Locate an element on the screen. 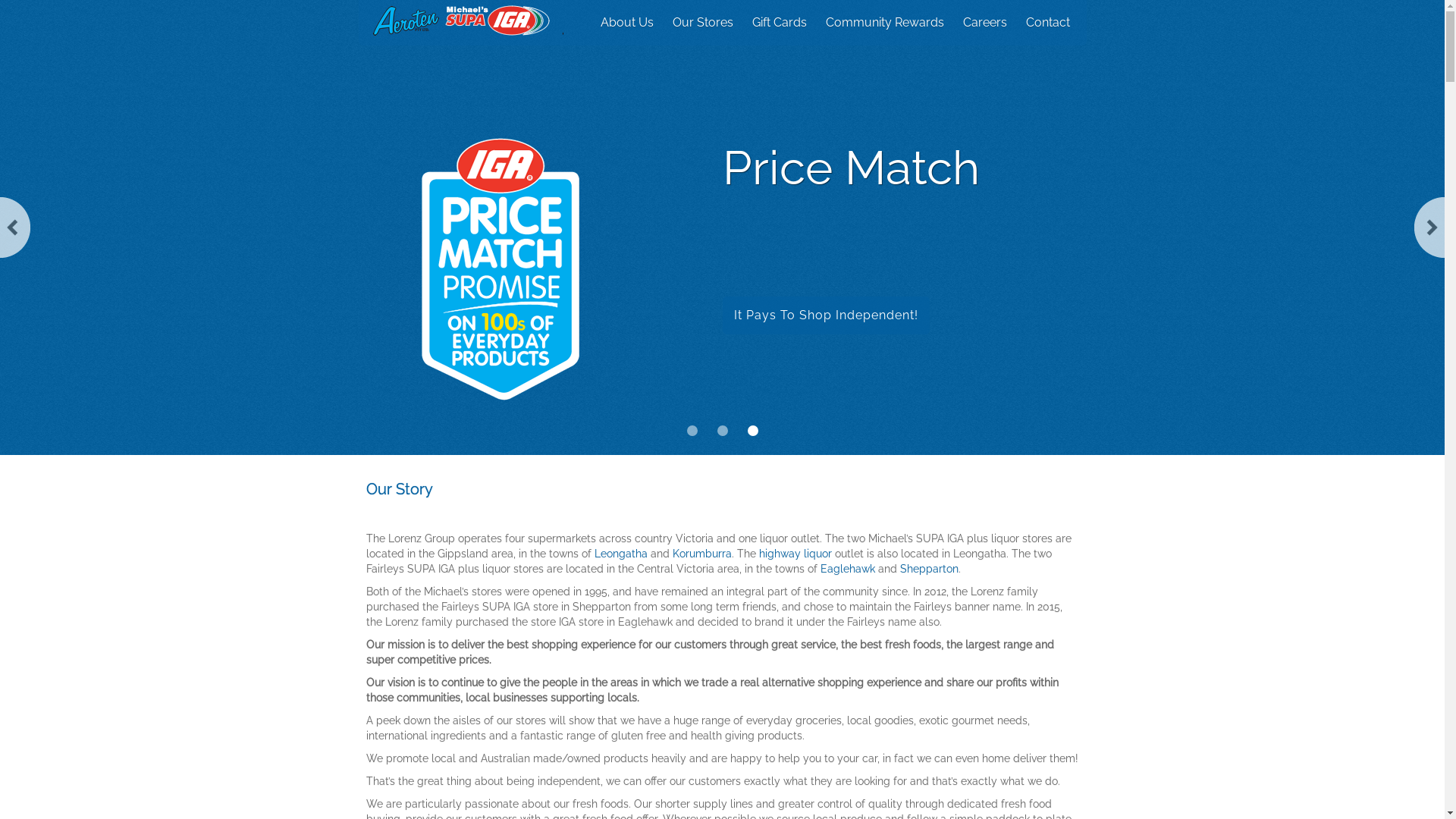 Image resolution: width=1456 pixels, height=819 pixels. 'Our Stores' is located at coordinates (701, 22).